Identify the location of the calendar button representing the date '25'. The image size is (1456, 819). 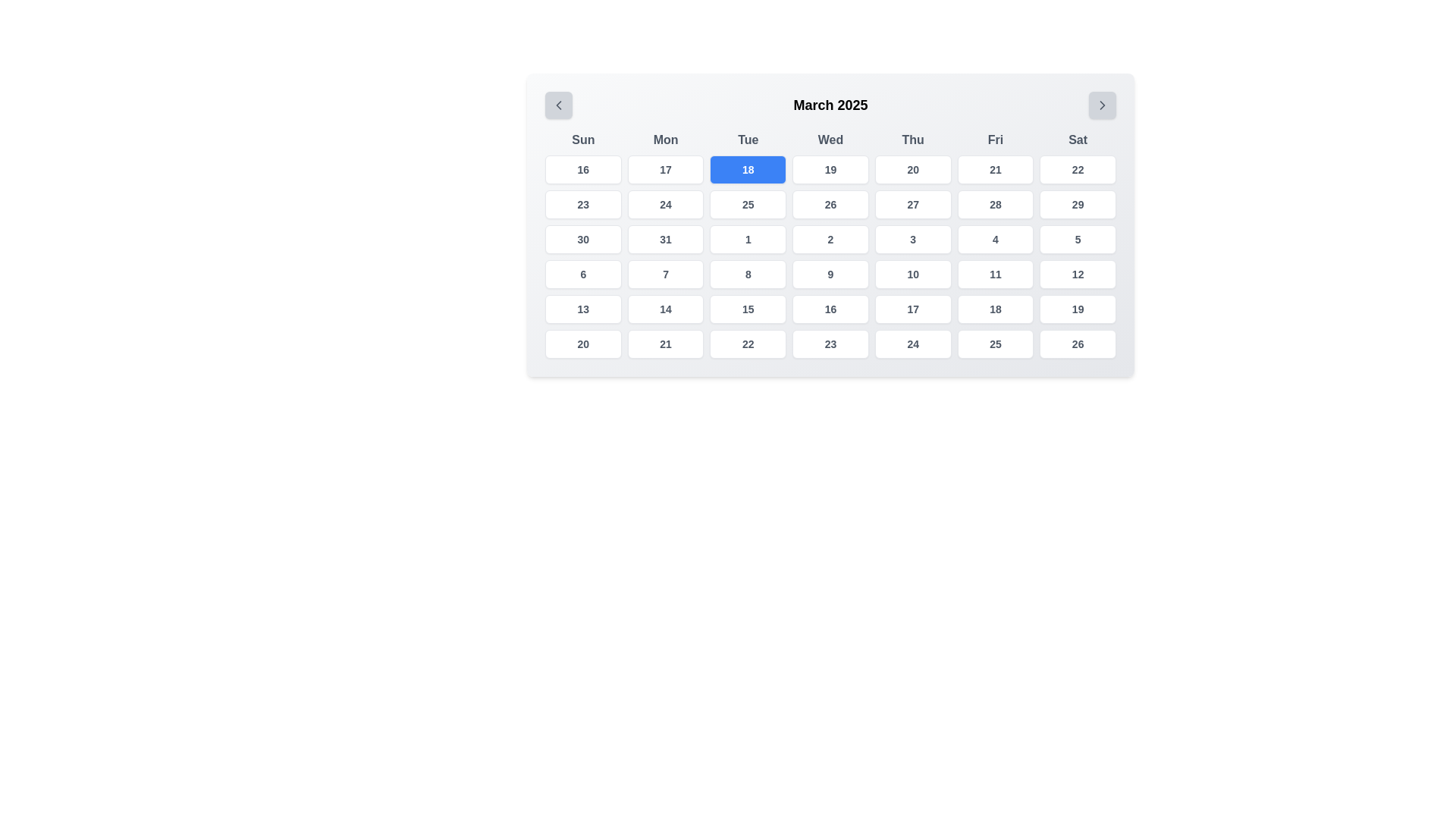
(748, 205).